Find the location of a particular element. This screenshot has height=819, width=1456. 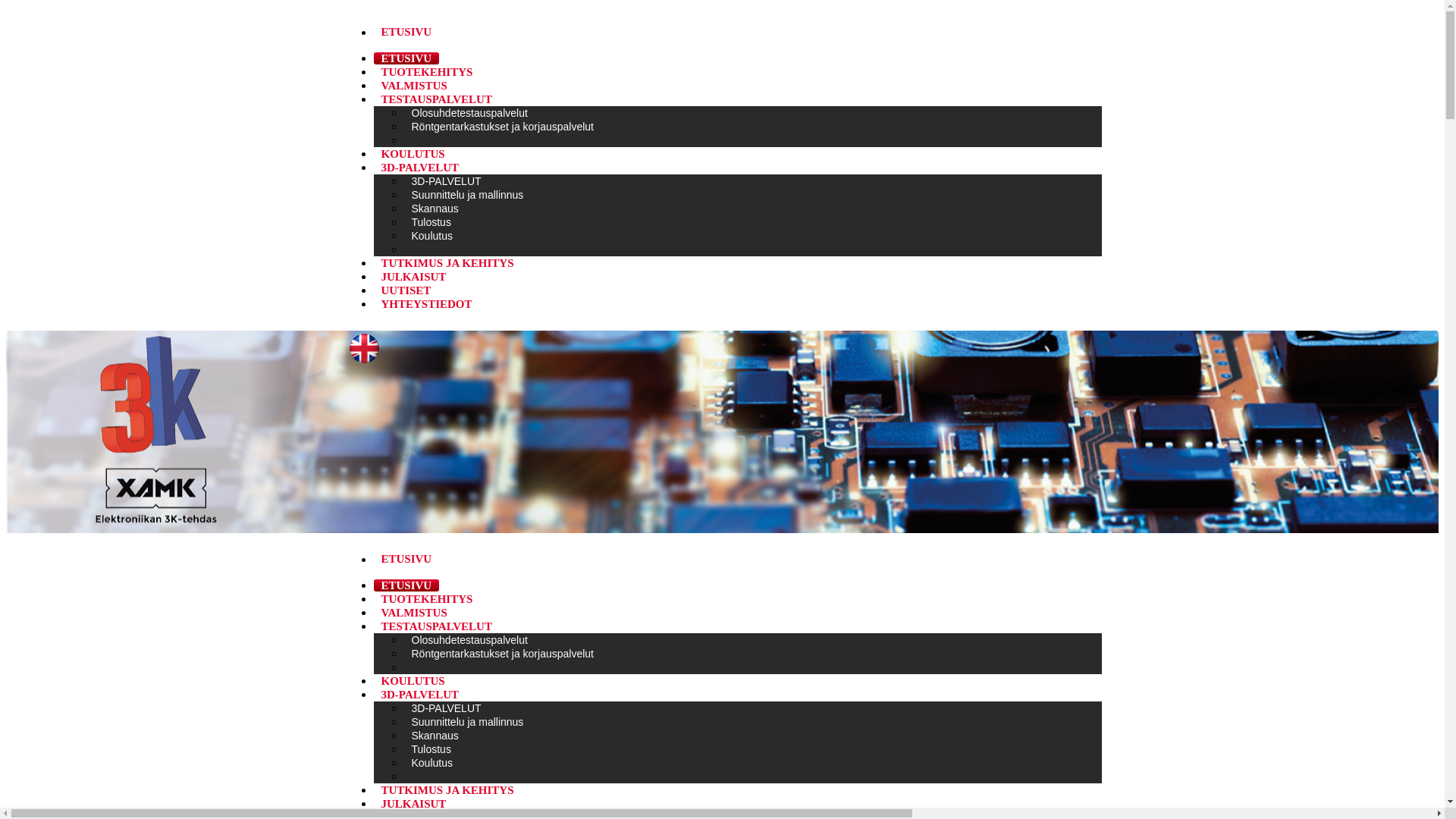

'3D-PALVELUT' is located at coordinates (419, 167).